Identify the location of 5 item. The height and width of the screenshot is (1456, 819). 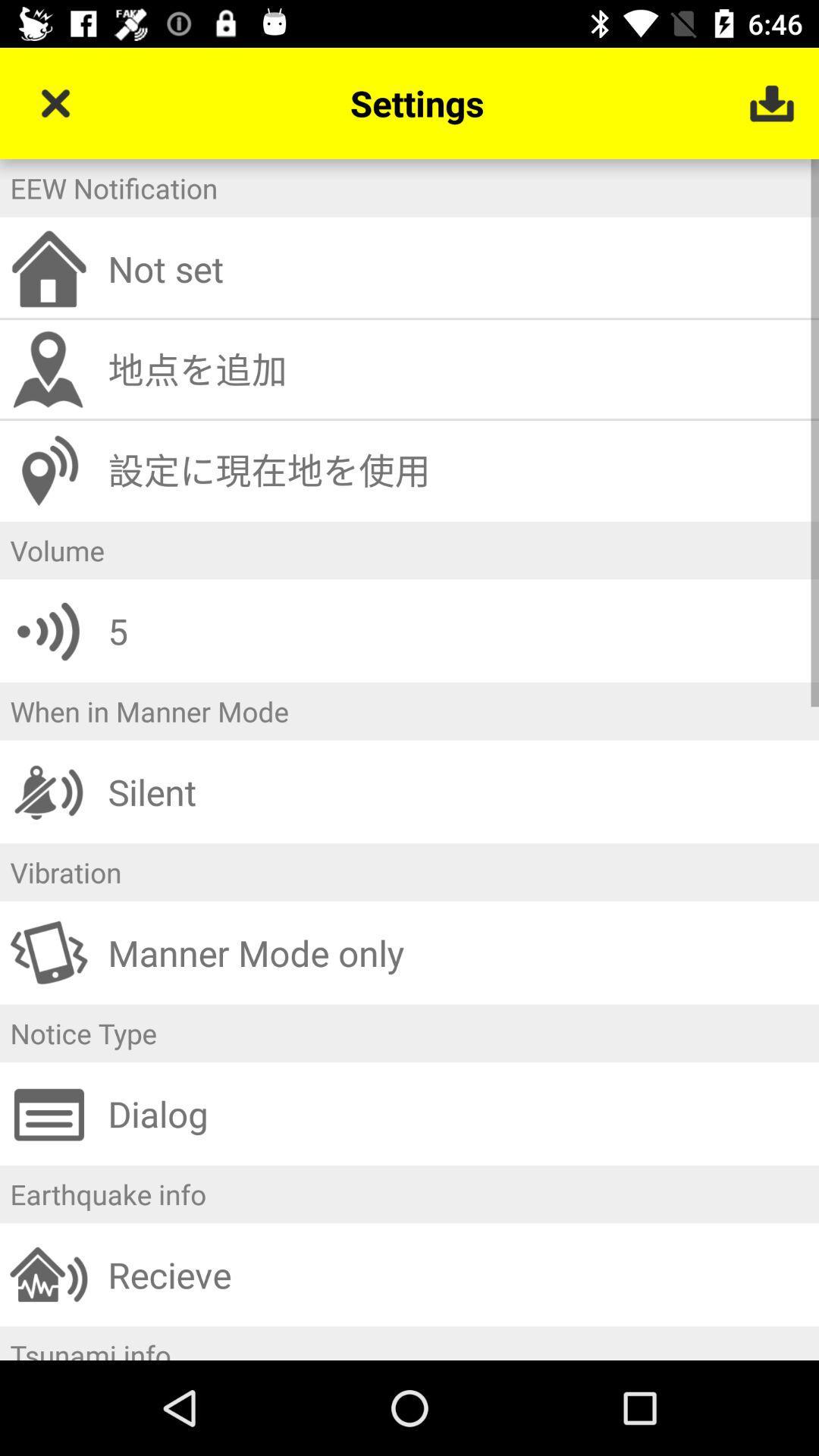
(457, 631).